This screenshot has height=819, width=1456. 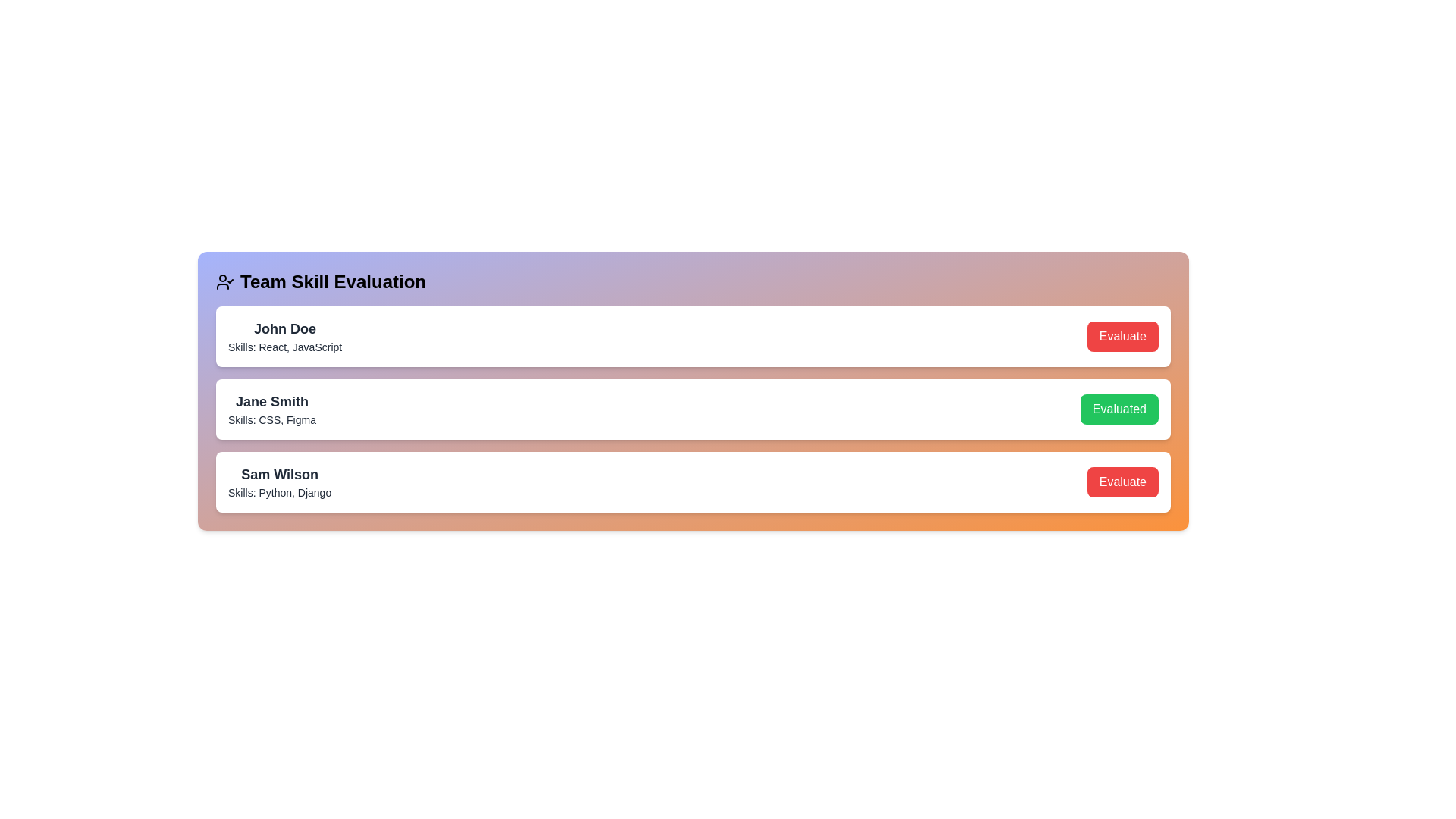 What do you see at coordinates (280, 482) in the screenshot?
I see `the text display element showing 'Sam Wilson' and their associated skills 'Python, Django' to focus on this informational display` at bounding box center [280, 482].